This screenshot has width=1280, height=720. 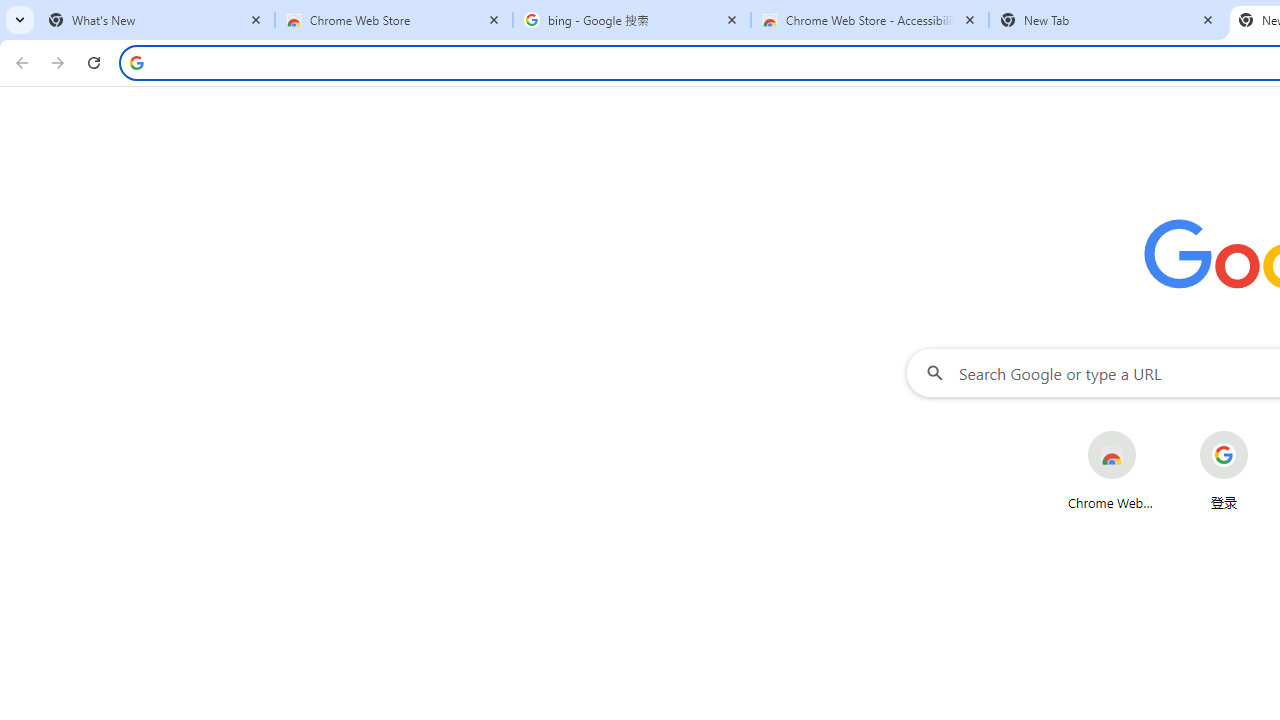 I want to click on 'More actions for Chrome Web Store shortcut', so click(x=1152, y=432).